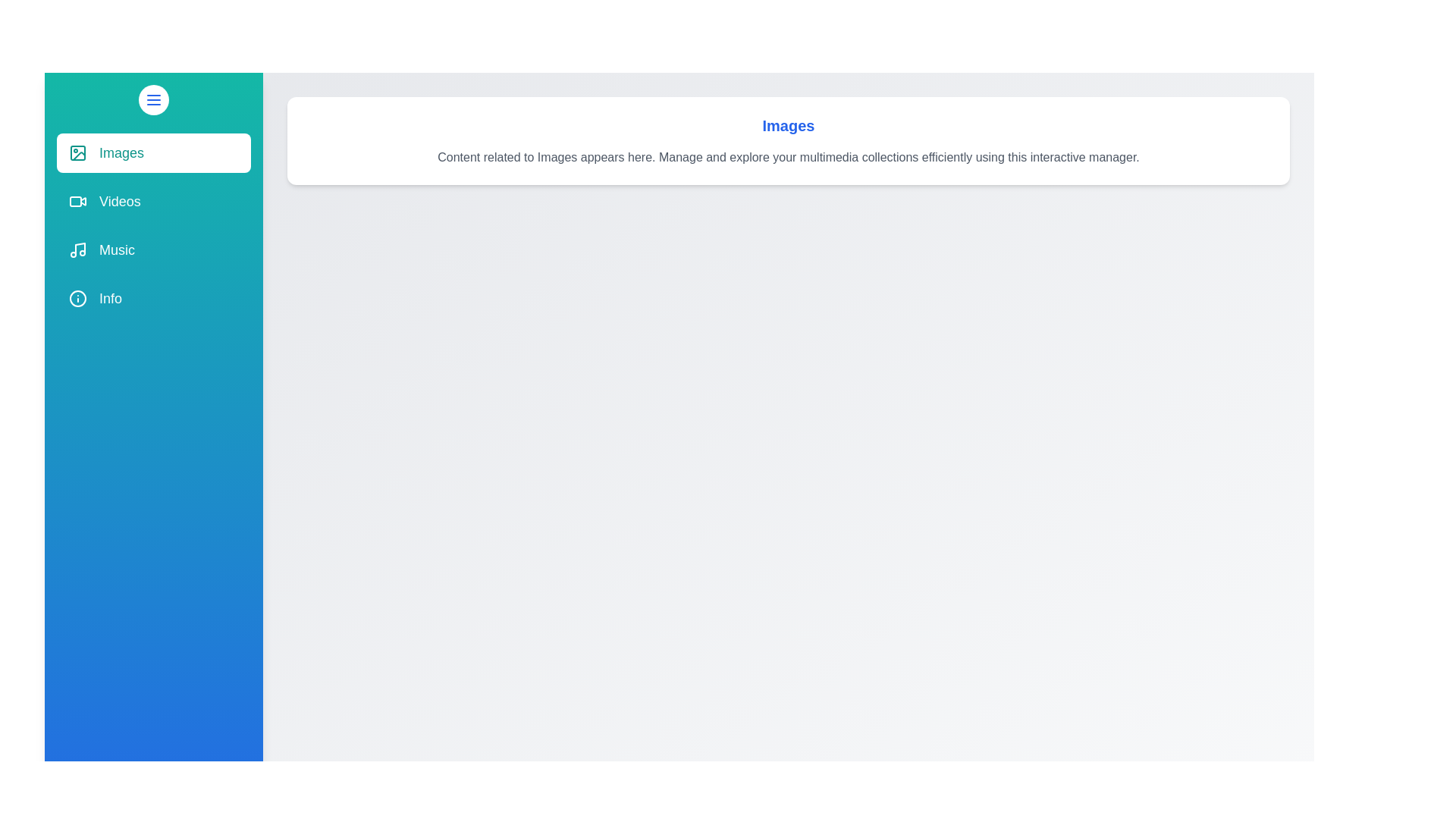  I want to click on the section Images to select it, so click(153, 152).